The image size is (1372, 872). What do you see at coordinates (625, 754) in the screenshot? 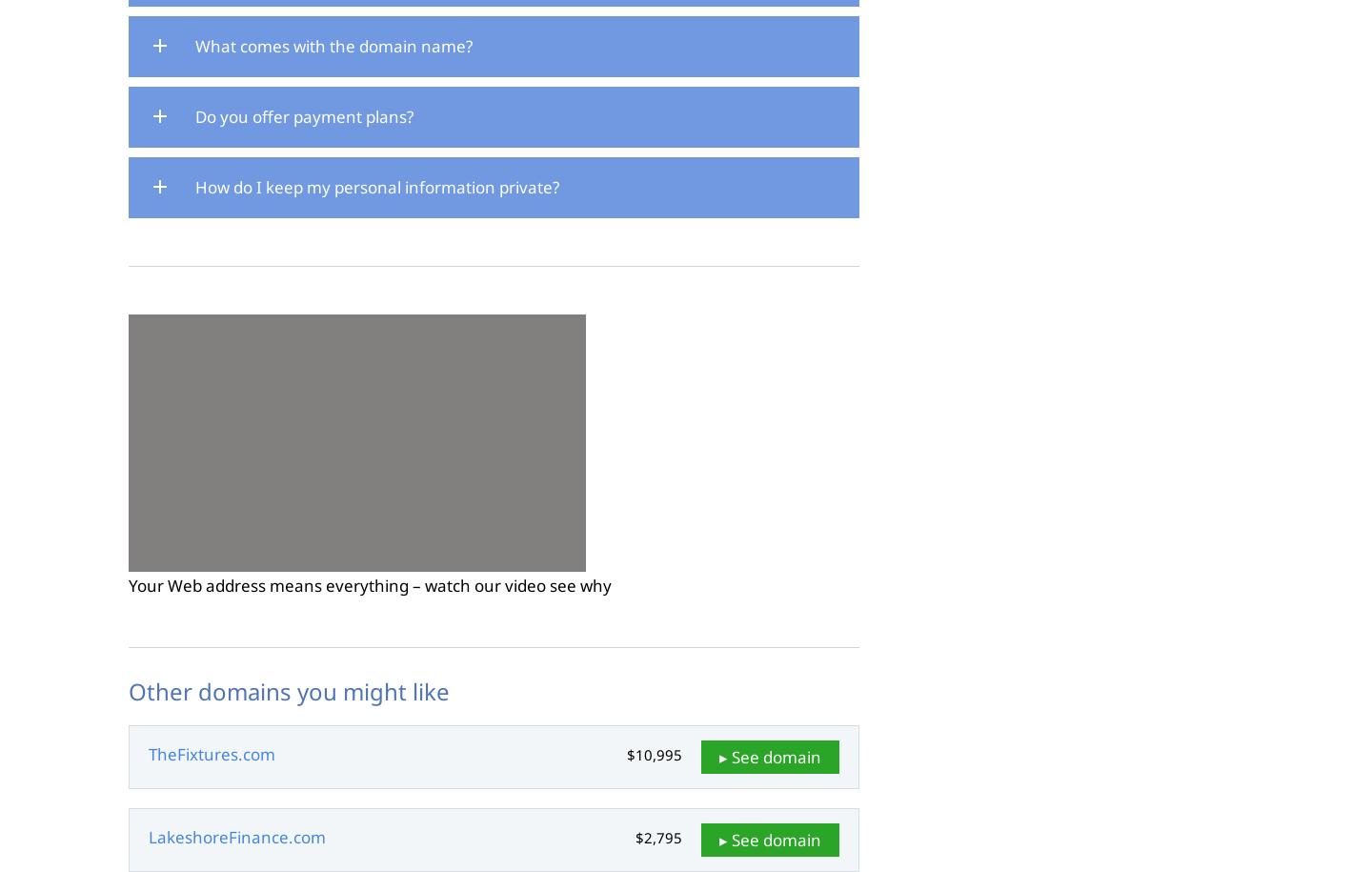
I see `'$10,995'` at bounding box center [625, 754].